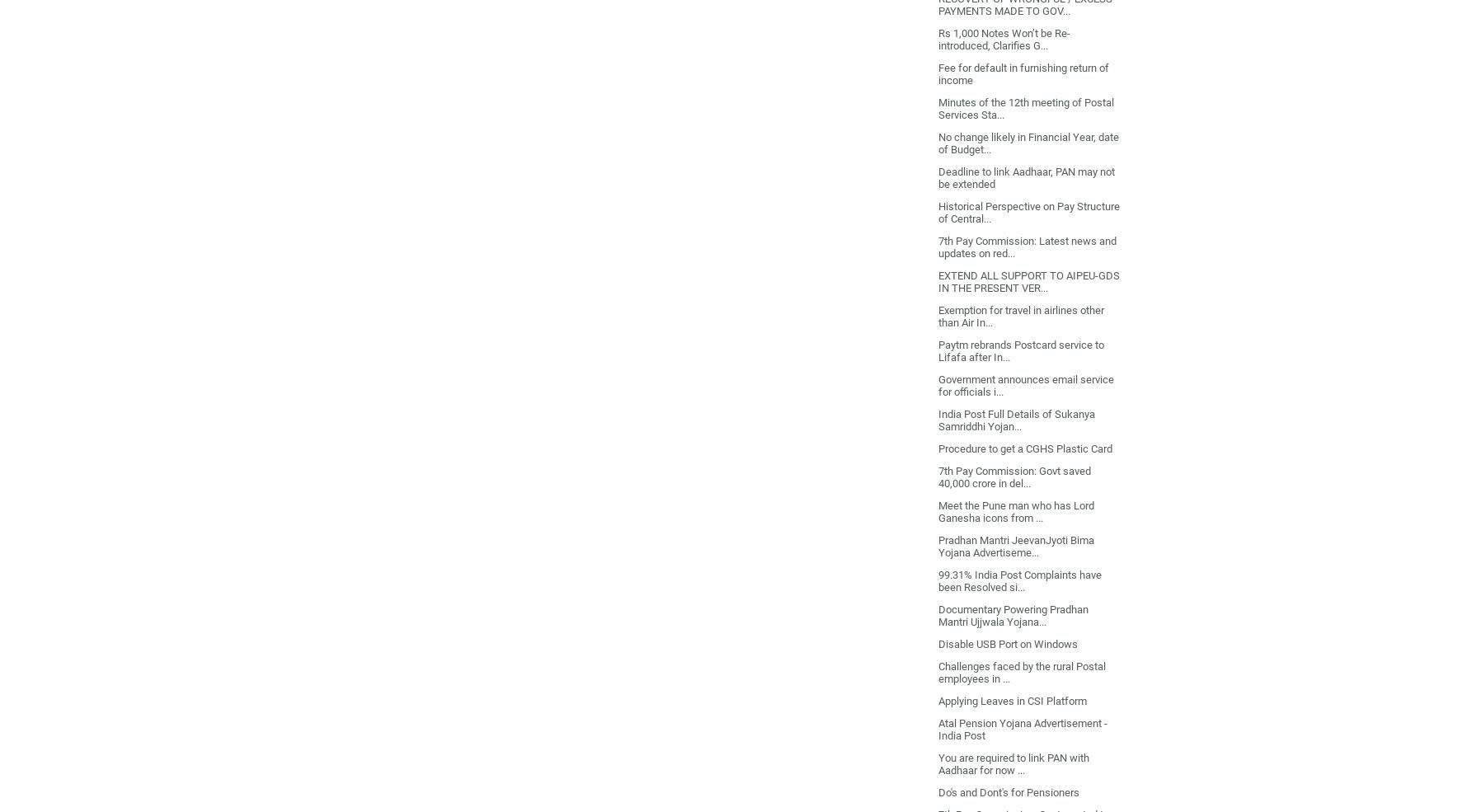 Image resolution: width=1472 pixels, height=812 pixels. I want to click on 'Rs 1,000 Notes Won’t be Re-introduced, Clarifies G...', so click(1003, 37).